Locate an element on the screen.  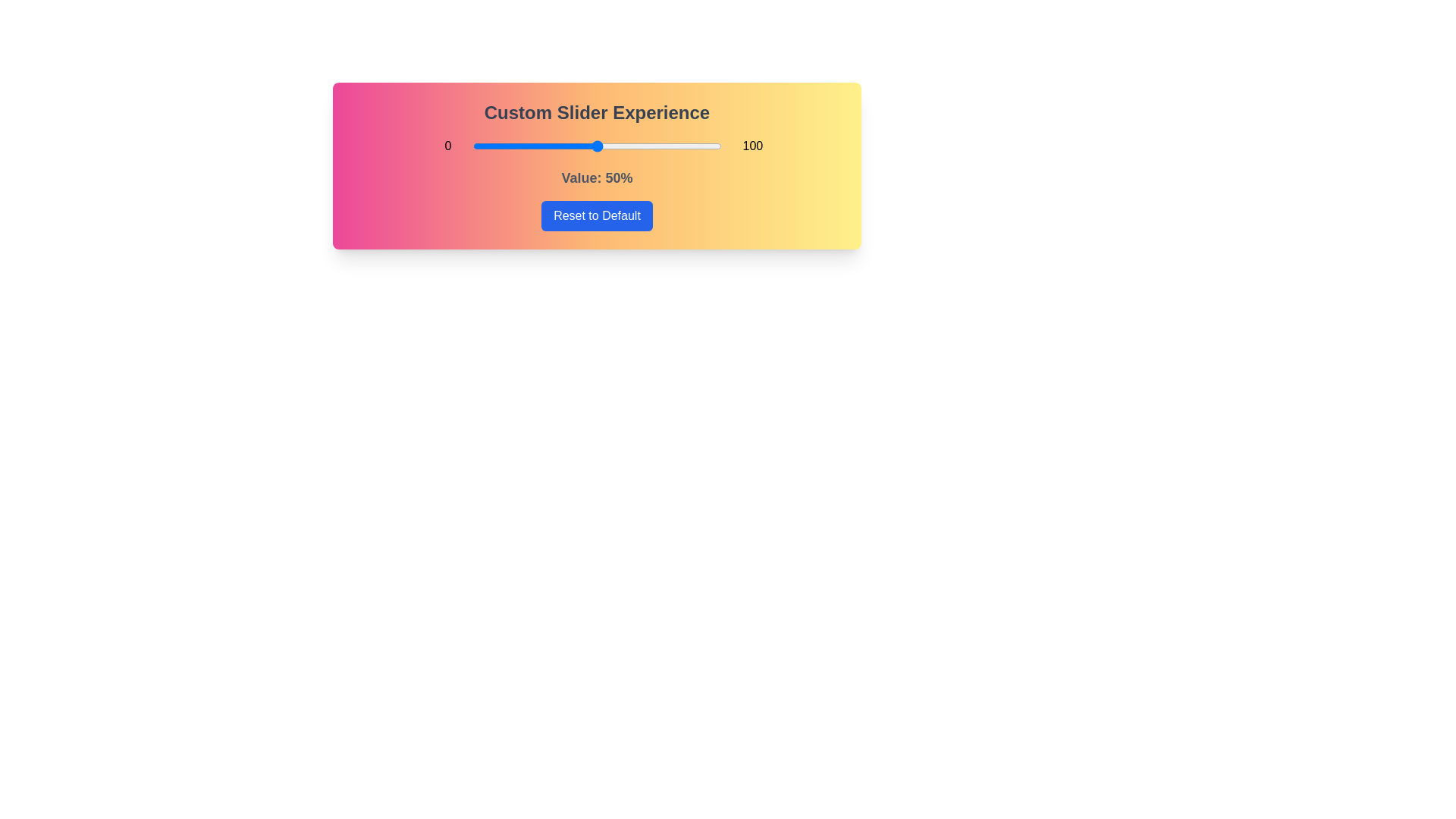
the slider to set its value to 86% is located at coordinates (686, 146).